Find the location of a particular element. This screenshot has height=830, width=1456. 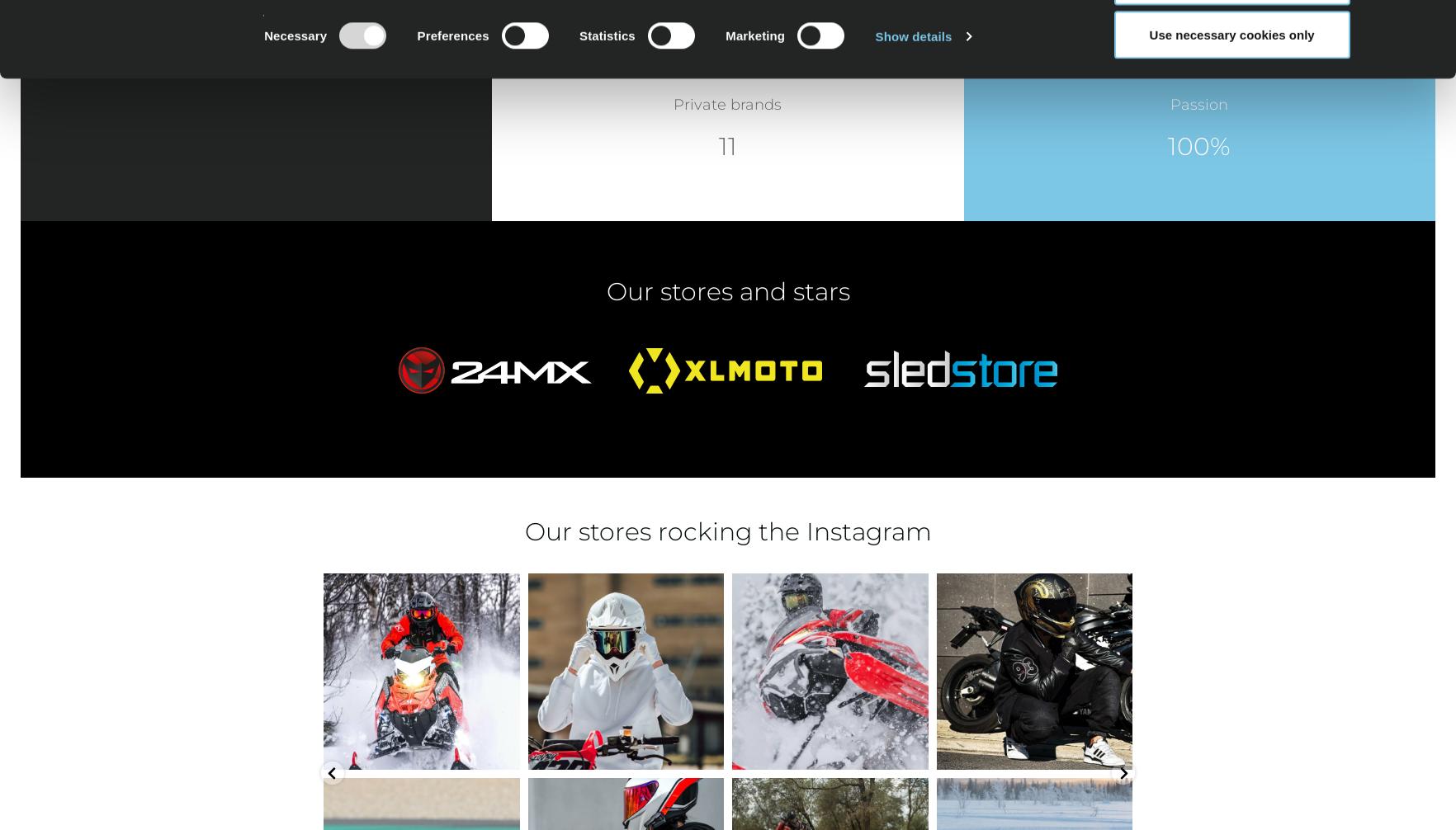

'Our stores and stars' is located at coordinates (727, 290).